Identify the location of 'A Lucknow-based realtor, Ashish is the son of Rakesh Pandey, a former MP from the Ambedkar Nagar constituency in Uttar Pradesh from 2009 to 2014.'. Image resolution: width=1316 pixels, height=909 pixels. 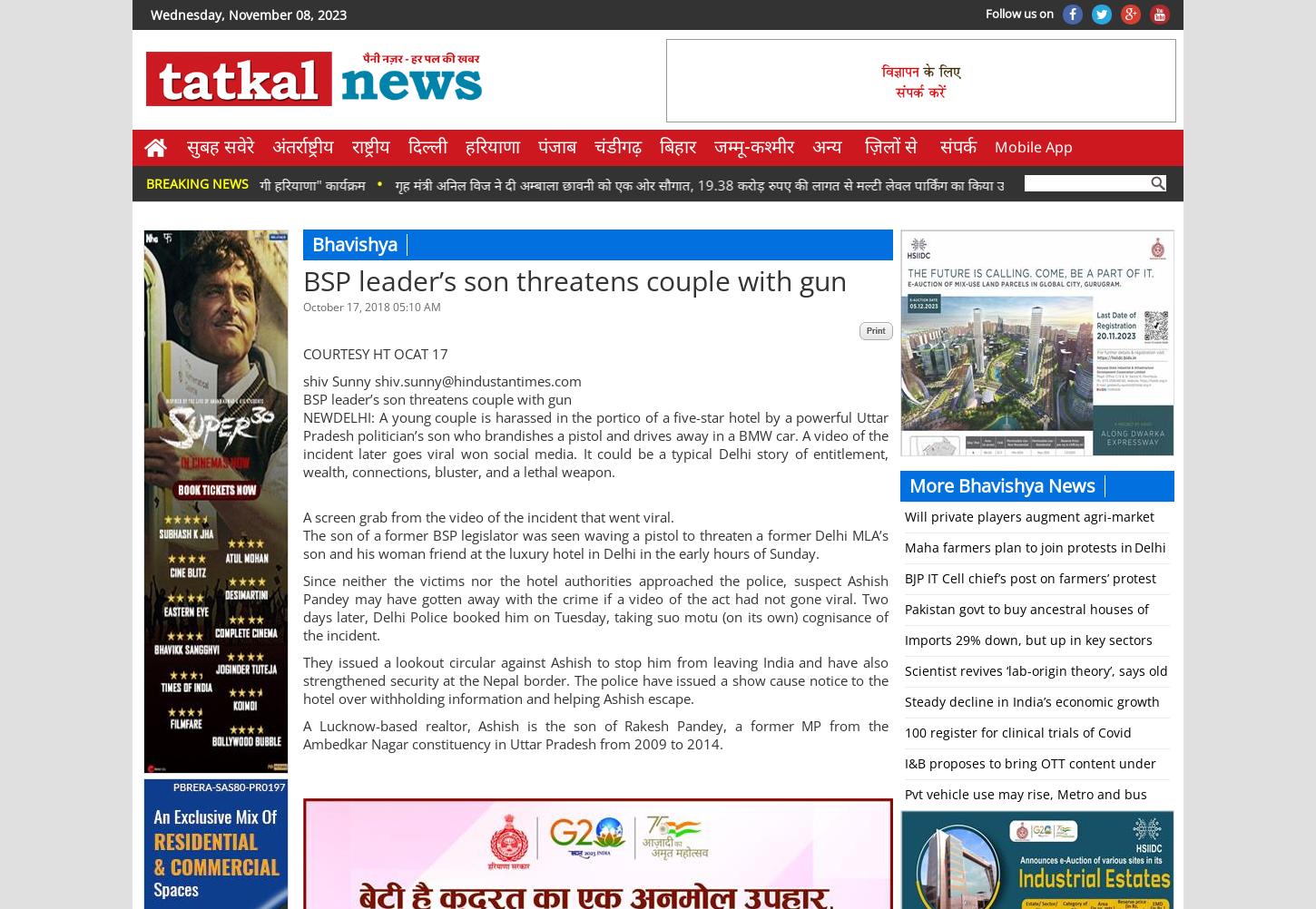
(594, 734).